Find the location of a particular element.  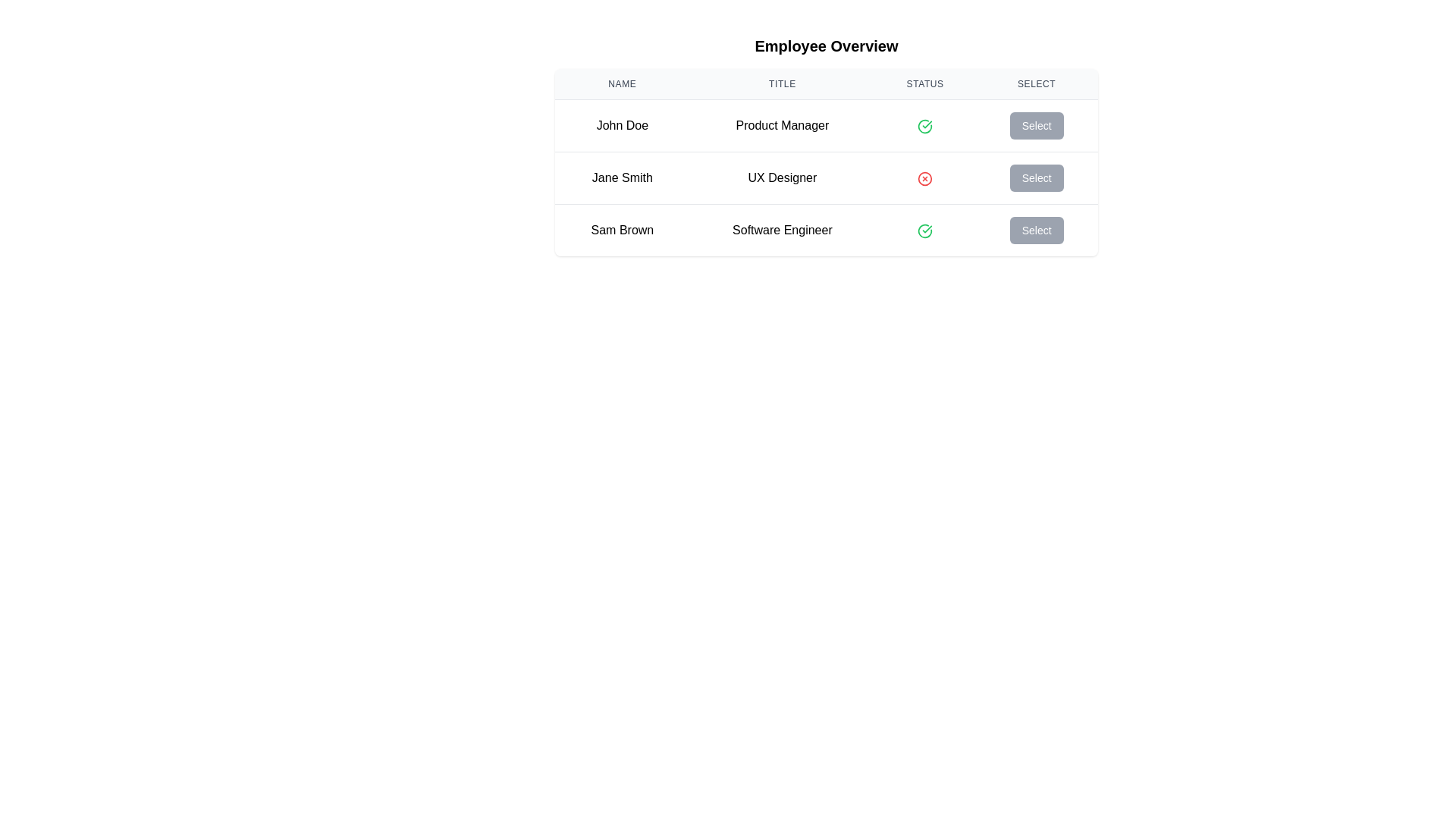

the status icon with a green circle and check mark located in the third column of the first row in the 'STATUS' column of a table is located at coordinates (924, 124).